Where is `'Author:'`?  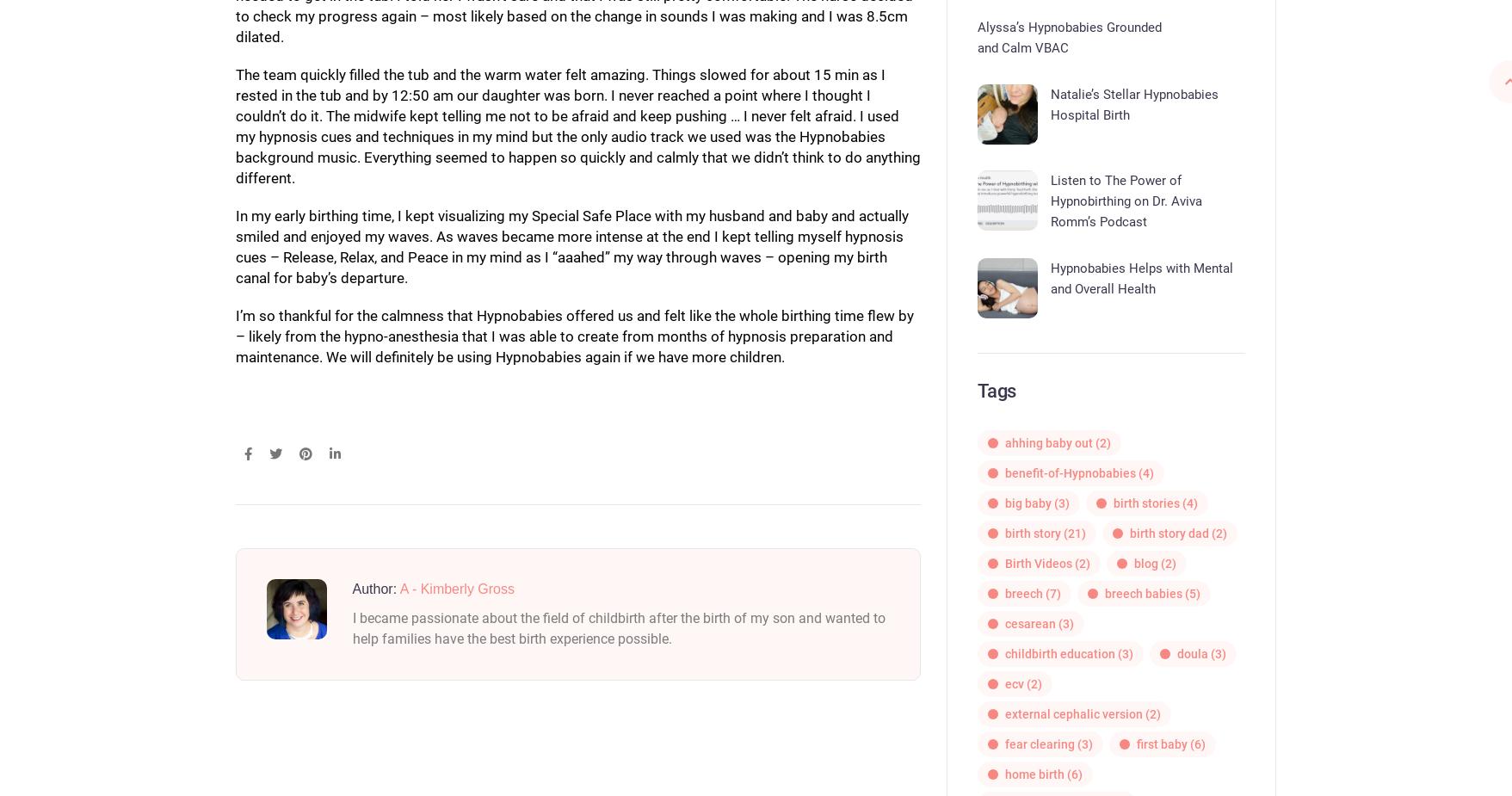
'Author:' is located at coordinates (374, 588).